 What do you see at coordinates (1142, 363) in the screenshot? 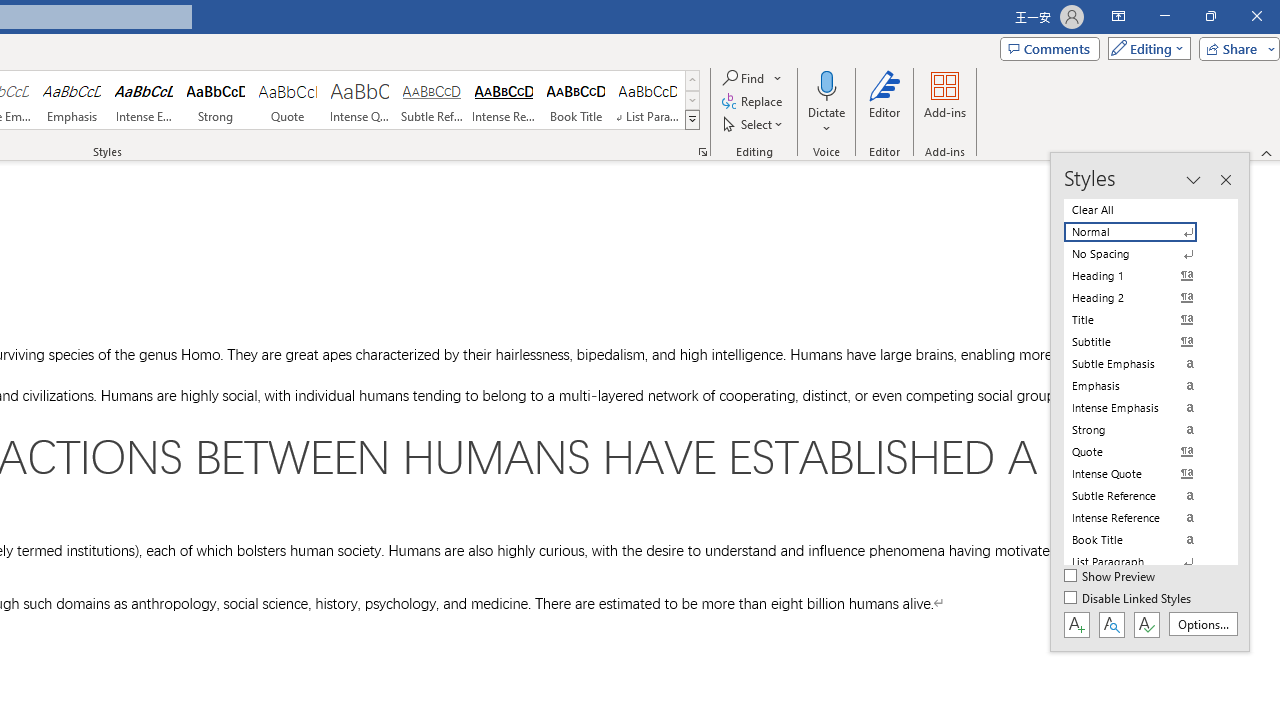
I see `'Subtle Emphasis'` at bounding box center [1142, 363].